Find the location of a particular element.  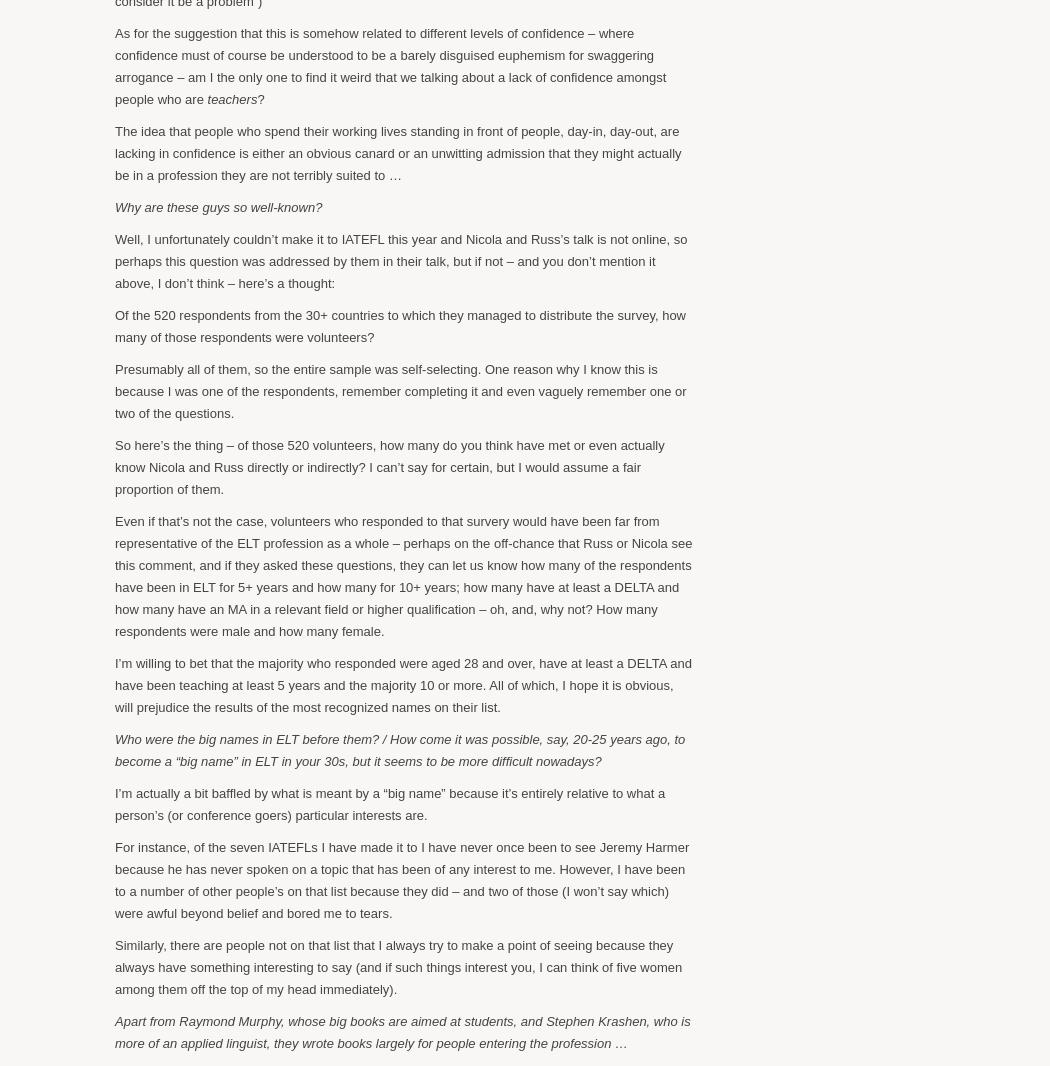

'As for the suggestion that this is somehow related to different levels of confidence – where confidence must of course be understood to be a barely disguised euphemism for swaggering arrogance – am I the only one to find it weird that we talking about a lack of confidence amongst people who are' is located at coordinates (113, 64).